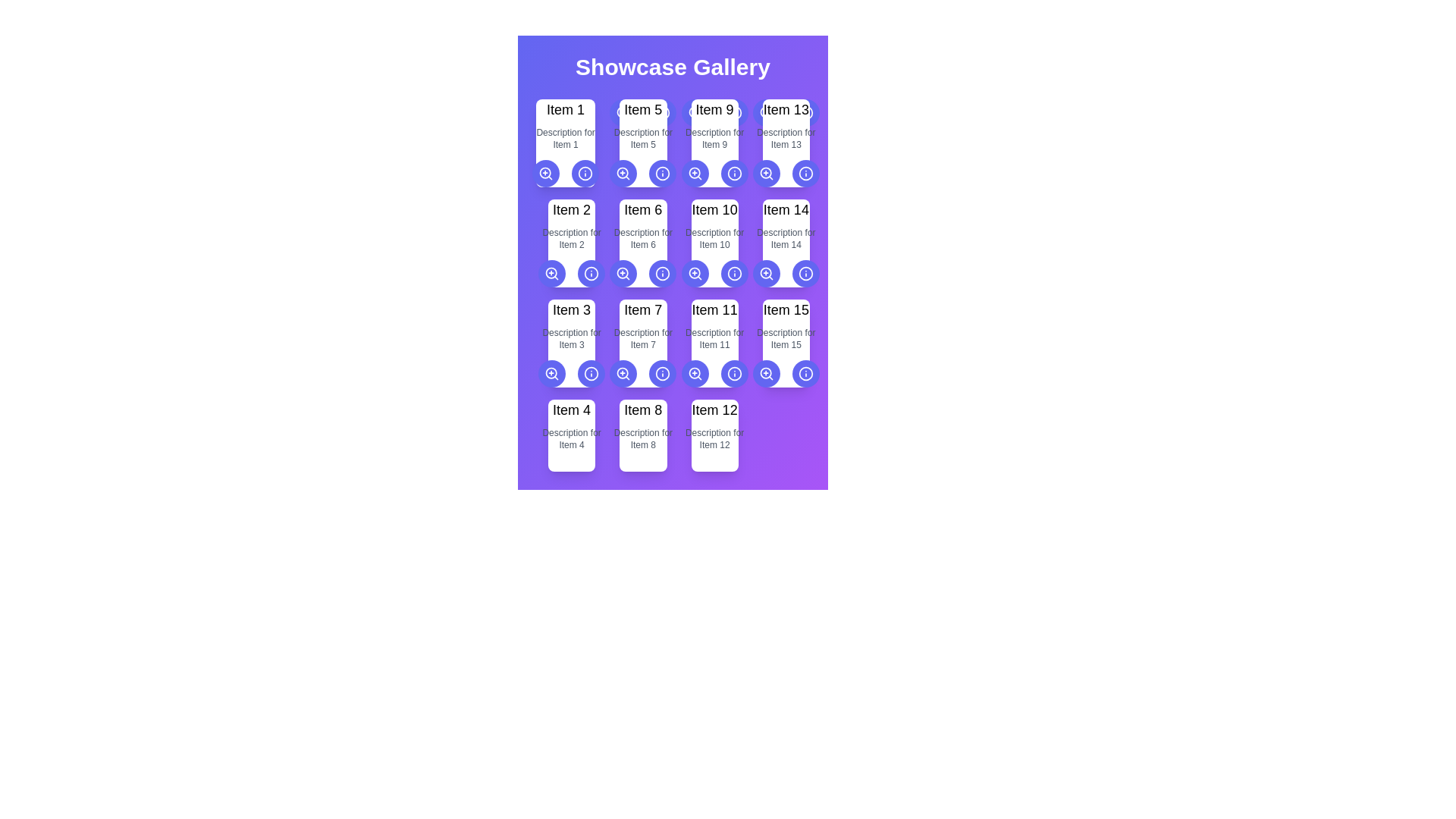  Describe the element at coordinates (786, 338) in the screenshot. I see `the text label stating 'Description for Item 15', which is styled with a small gray font and located directly beneath the title 'Item 15' in the showcase grid` at that location.